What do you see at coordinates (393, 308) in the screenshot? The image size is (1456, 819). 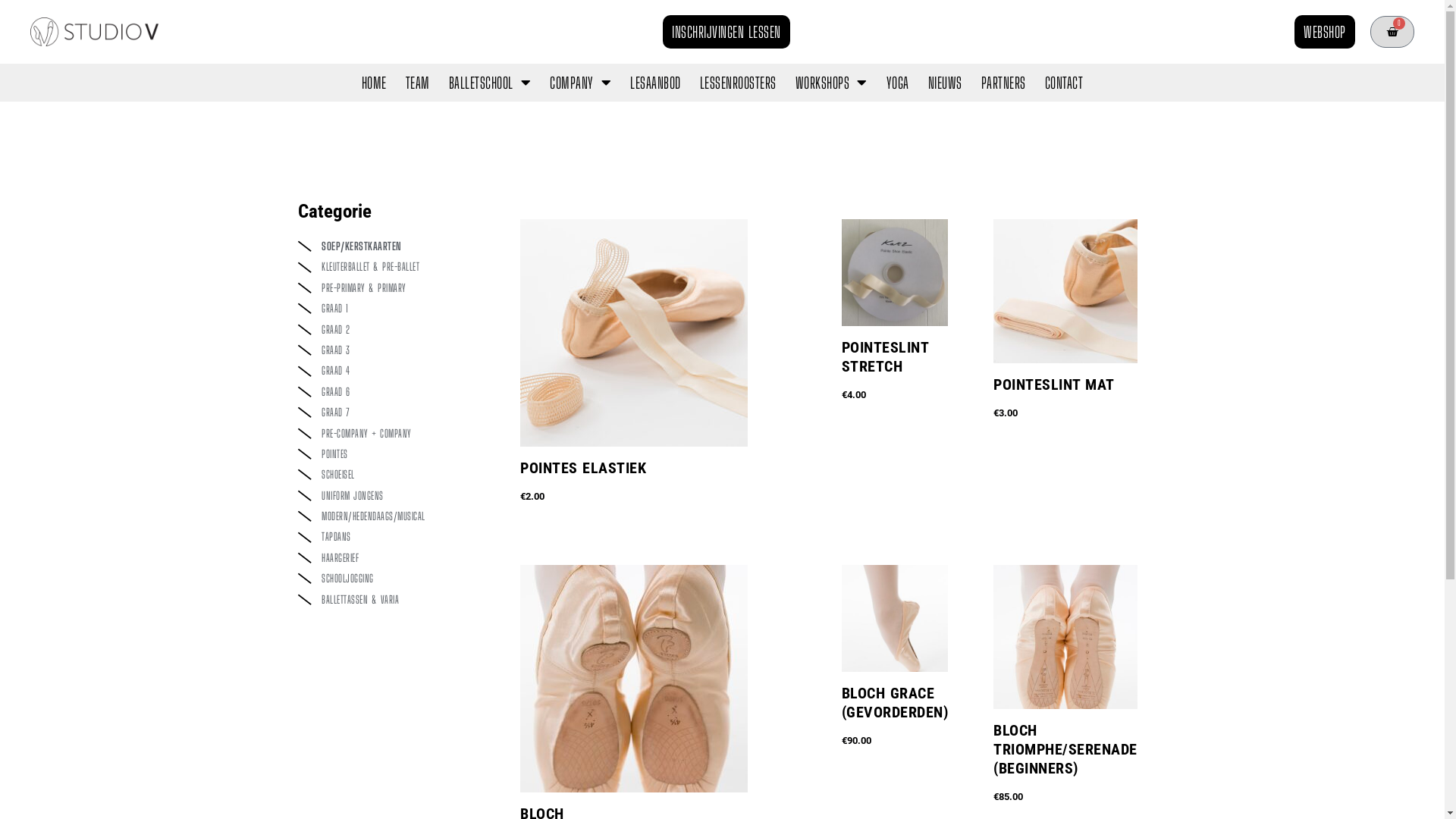 I see `'GRAAD 1'` at bounding box center [393, 308].